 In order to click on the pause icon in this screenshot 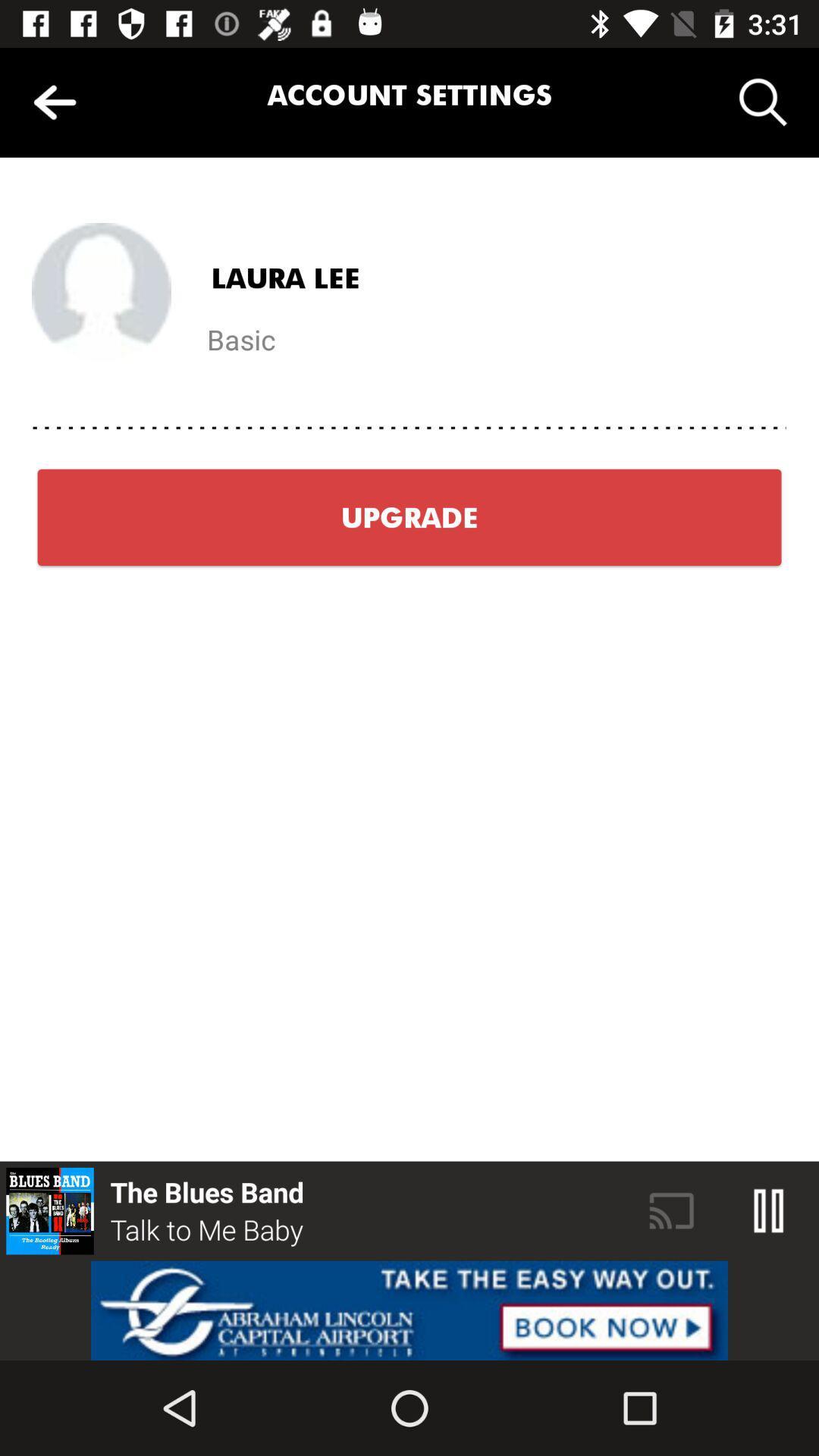, I will do `click(769, 1210)`.